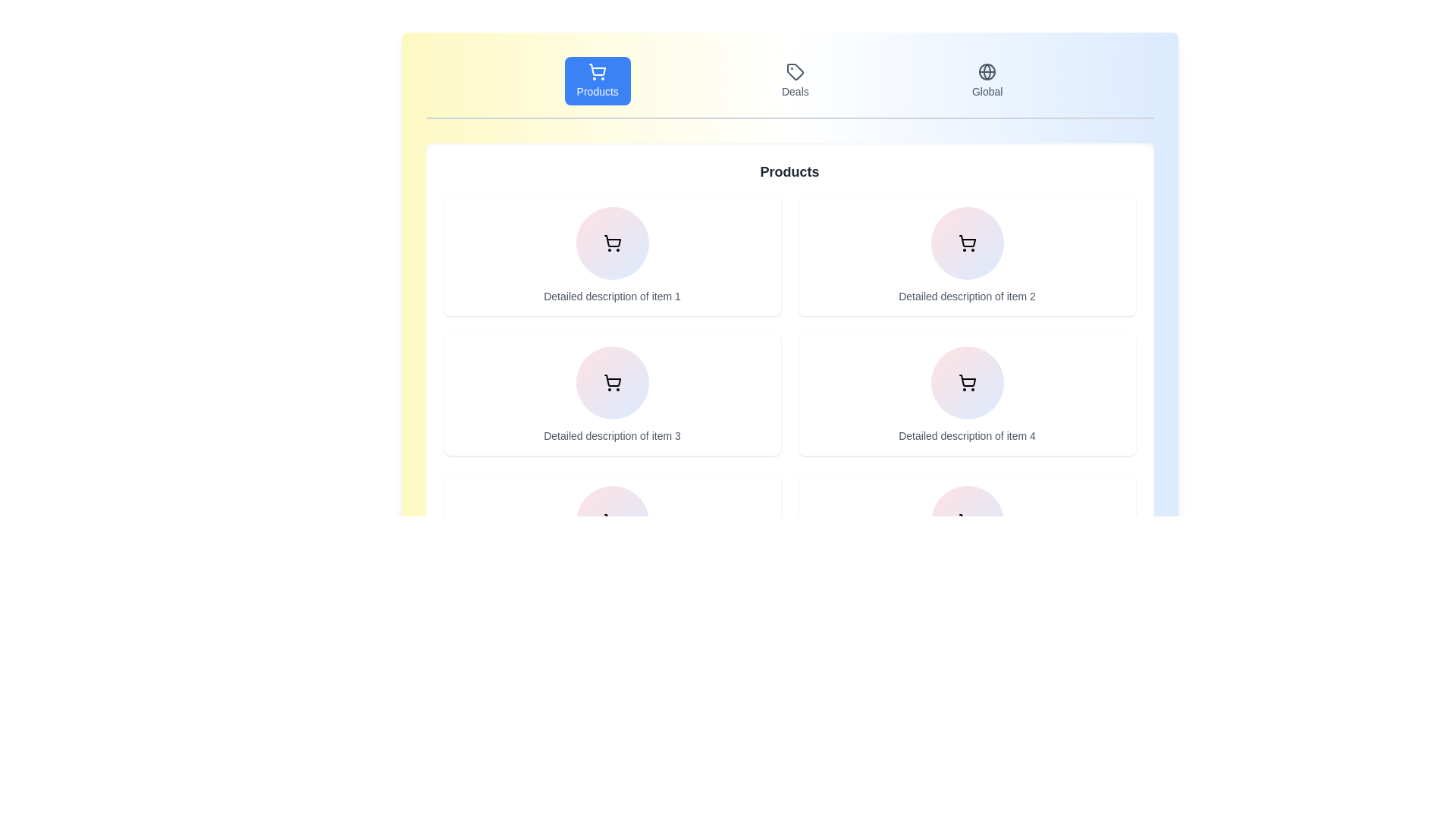 The width and height of the screenshot is (1456, 819). What do you see at coordinates (612, 254) in the screenshot?
I see `the item with the description 'Detailed description of item 1' to view its details` at bounding box center [612, 254].